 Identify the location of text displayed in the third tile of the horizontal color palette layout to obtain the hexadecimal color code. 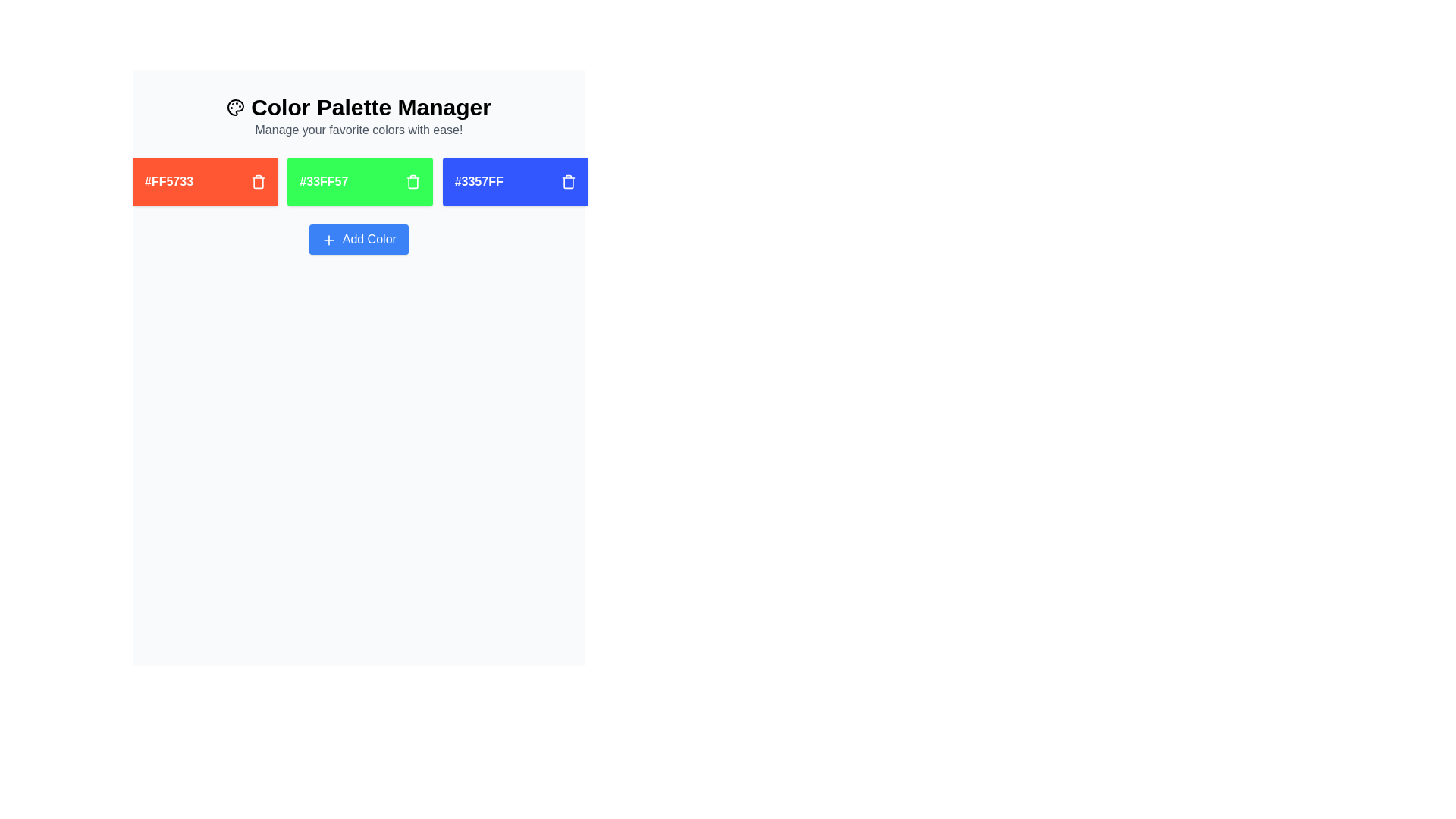
(478, 180).